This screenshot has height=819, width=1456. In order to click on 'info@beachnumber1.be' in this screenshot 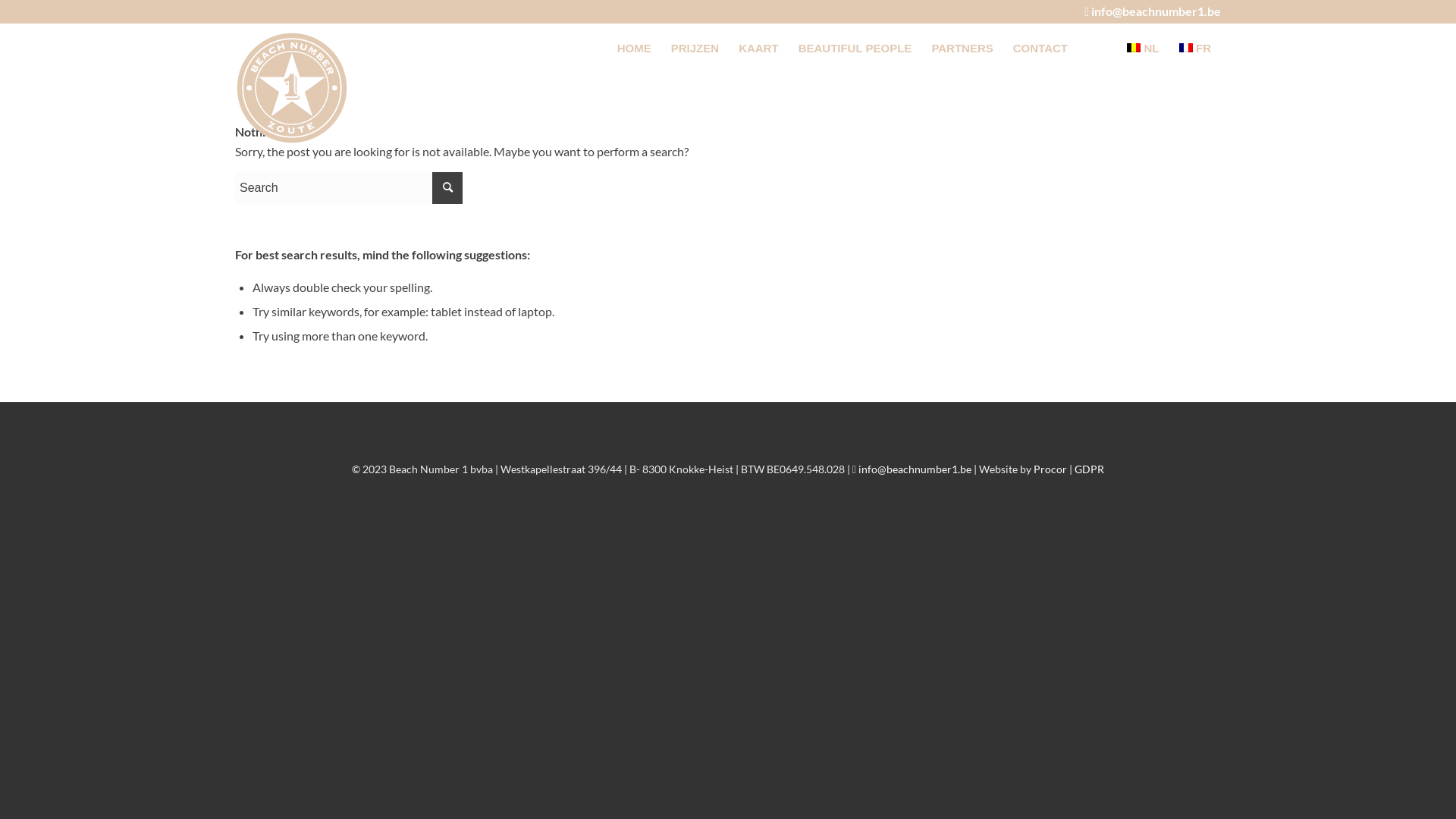, I will do `click(1155, 11)`.